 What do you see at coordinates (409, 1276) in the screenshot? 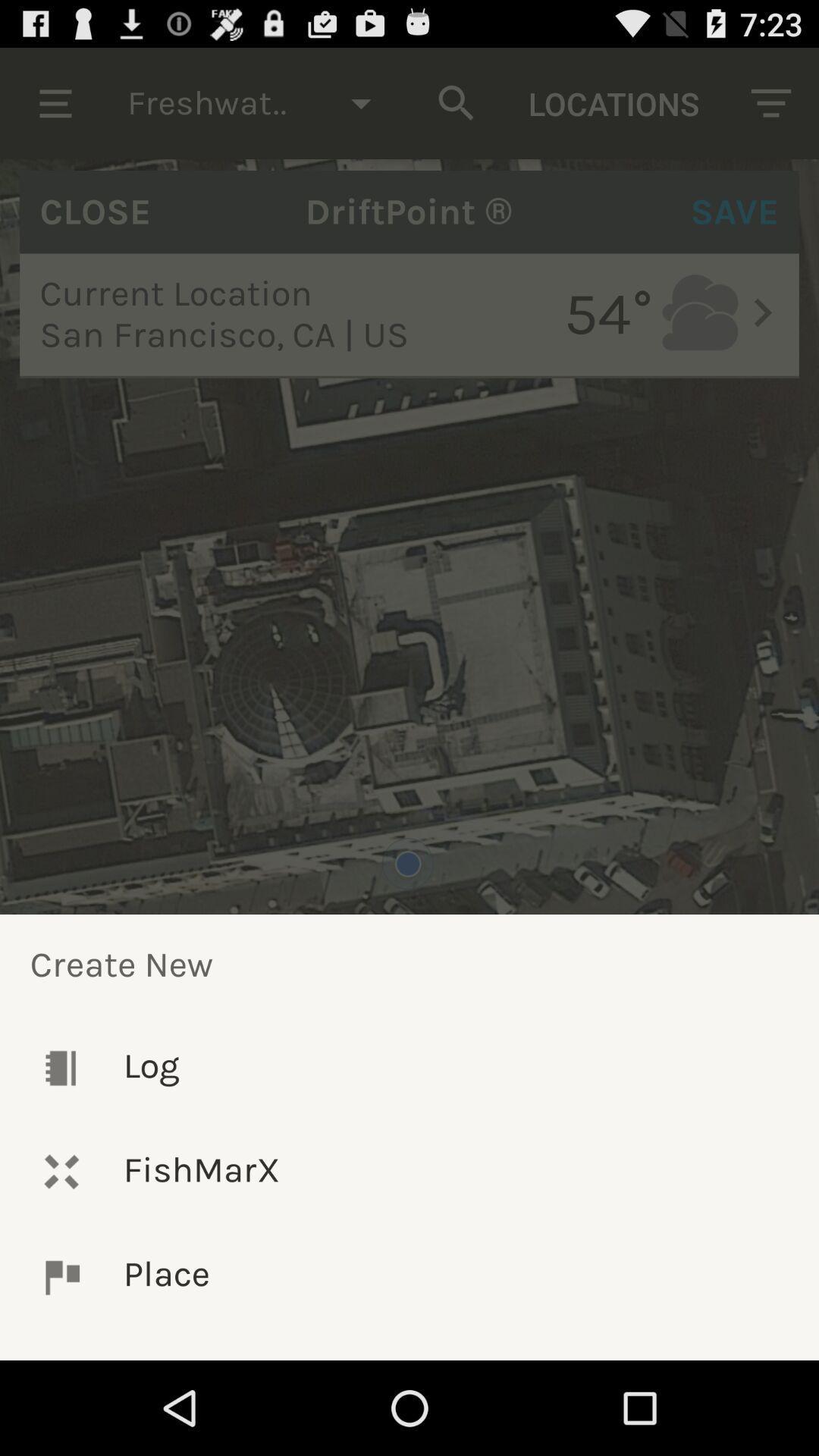
I see `the place` at bounding box center [409, 1276].